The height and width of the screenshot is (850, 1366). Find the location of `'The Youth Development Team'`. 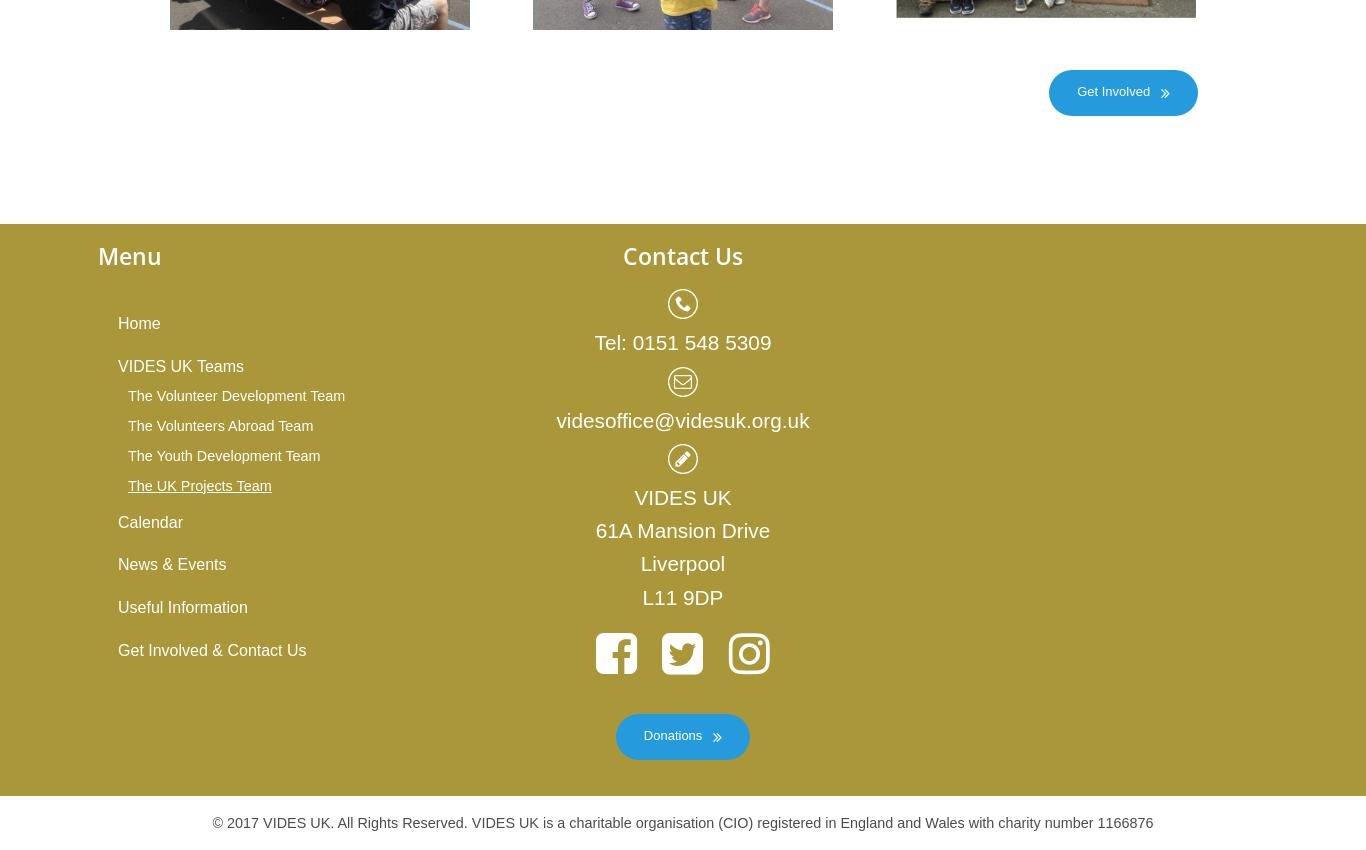

'The Youth Development Team' is located at coordinates (223, 454).